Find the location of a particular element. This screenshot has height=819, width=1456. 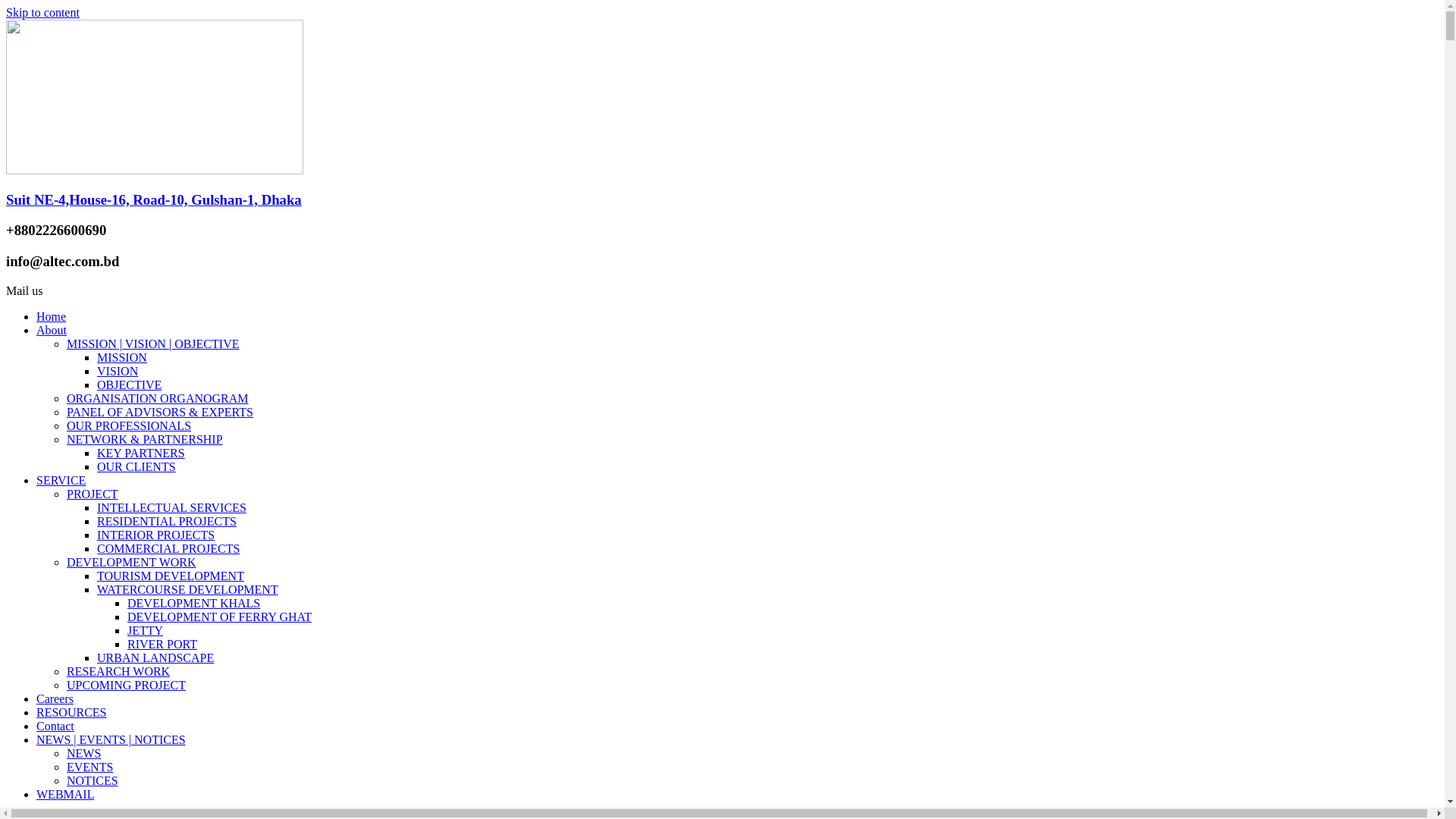

'JETTY' is located at coordinates (145, 630).